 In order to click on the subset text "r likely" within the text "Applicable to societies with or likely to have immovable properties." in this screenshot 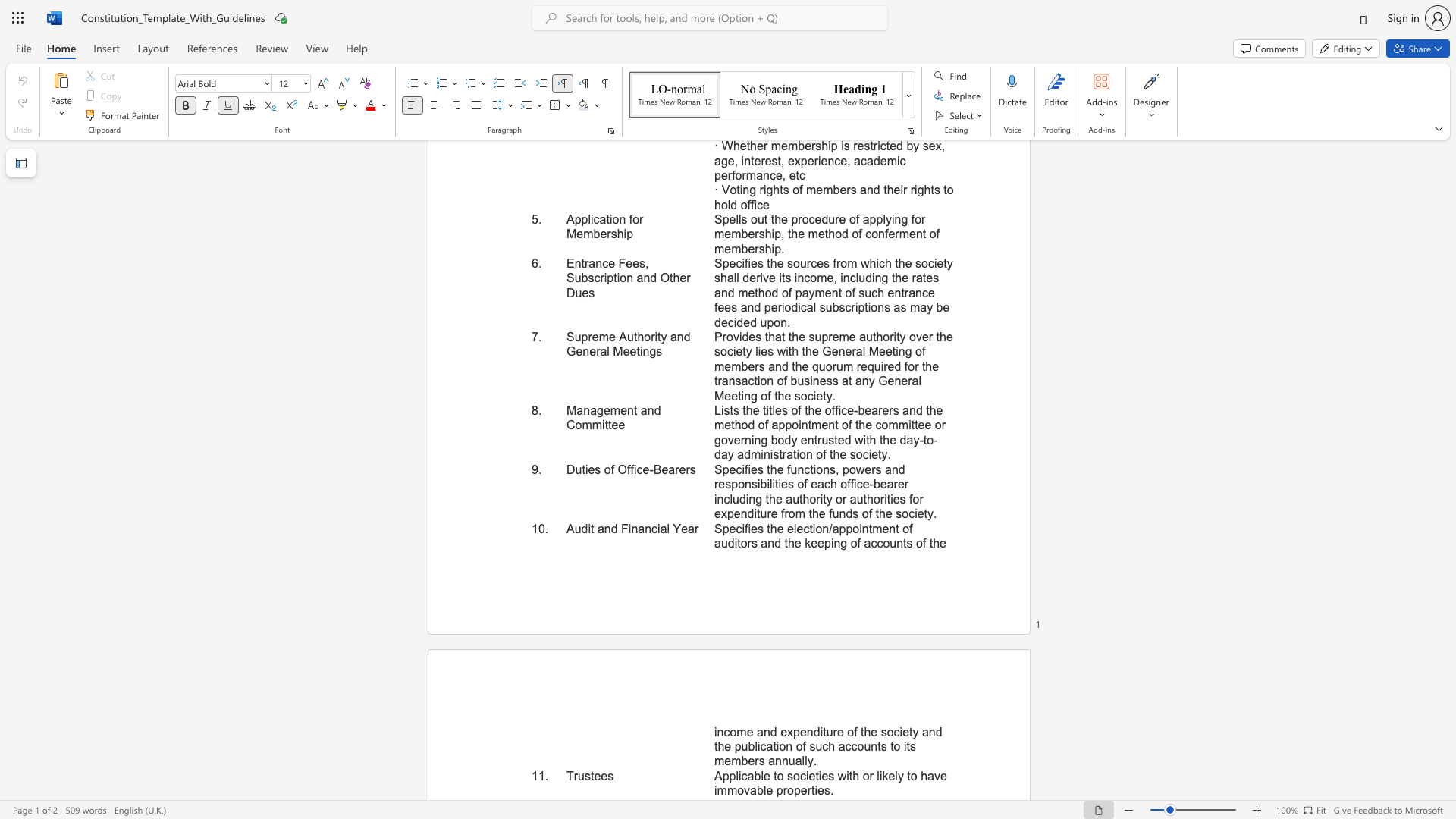, I will do `click(869, 776)`.